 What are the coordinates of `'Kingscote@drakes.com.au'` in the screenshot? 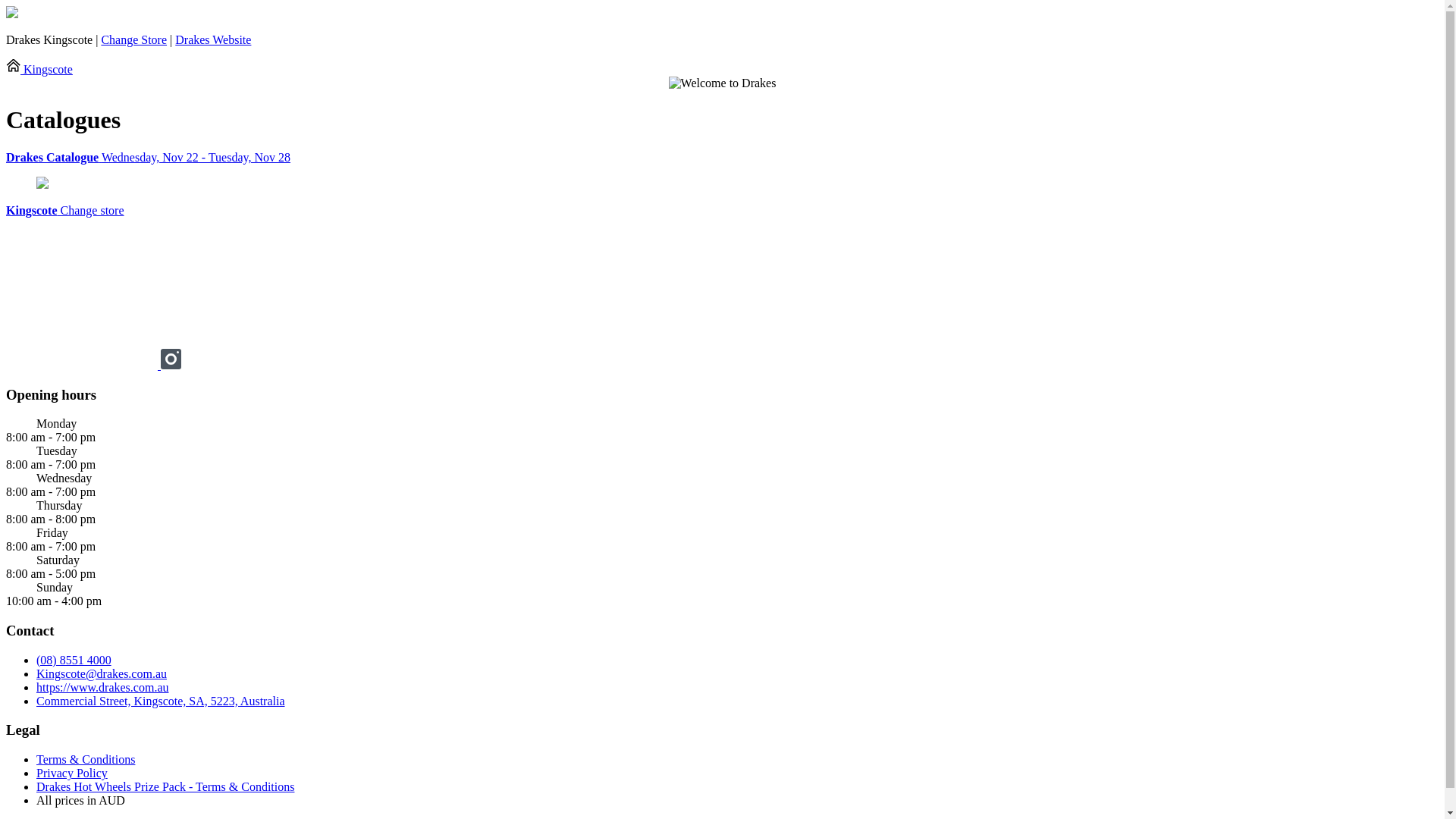 It's located at (101, 673).